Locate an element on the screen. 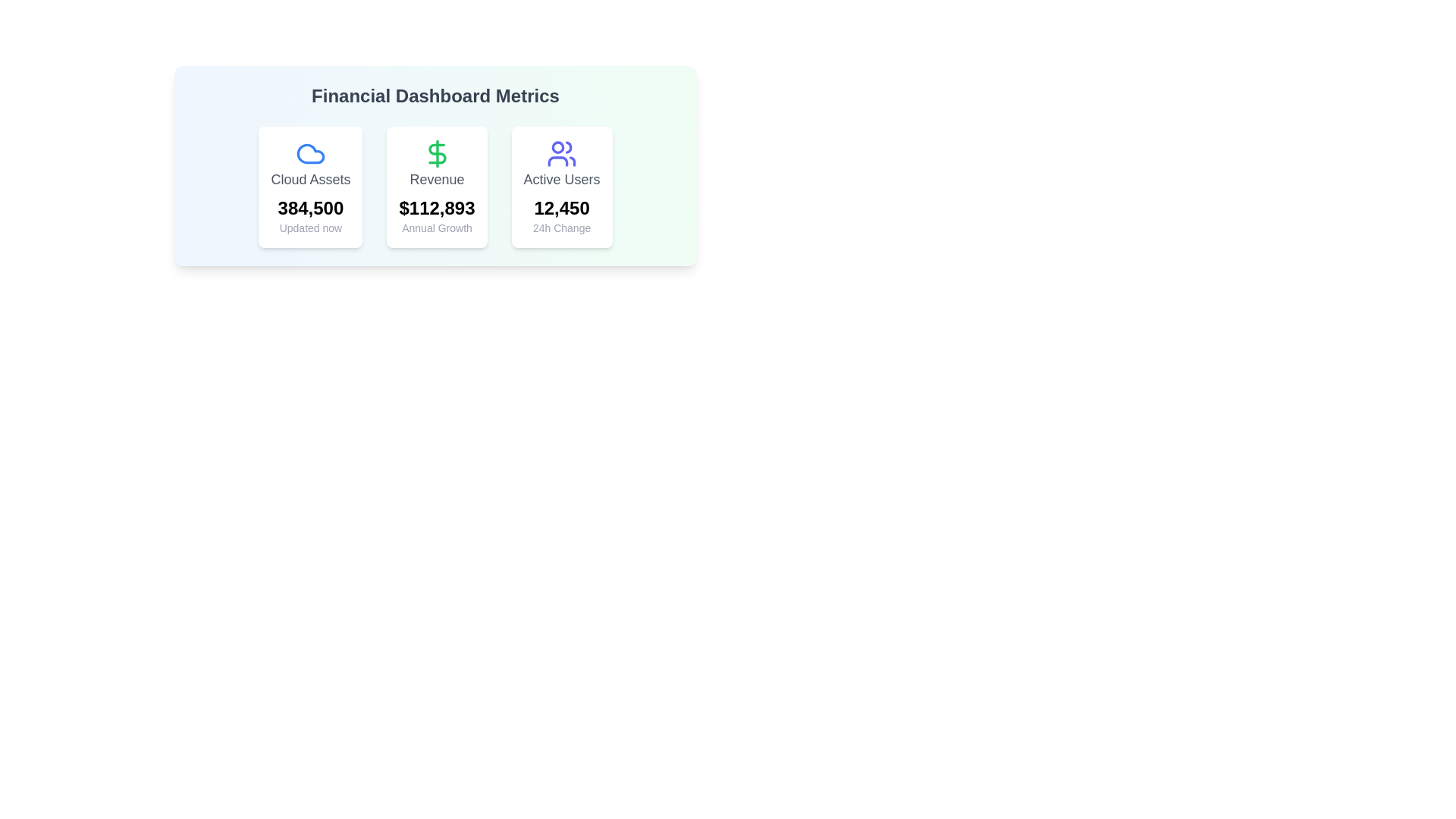 This screenshot has width=1456, height=819. the timestamp/status indicator text label located below the bold figure '384,500' in the 'Cloud Assets' card is located at coordinates (309, 227).